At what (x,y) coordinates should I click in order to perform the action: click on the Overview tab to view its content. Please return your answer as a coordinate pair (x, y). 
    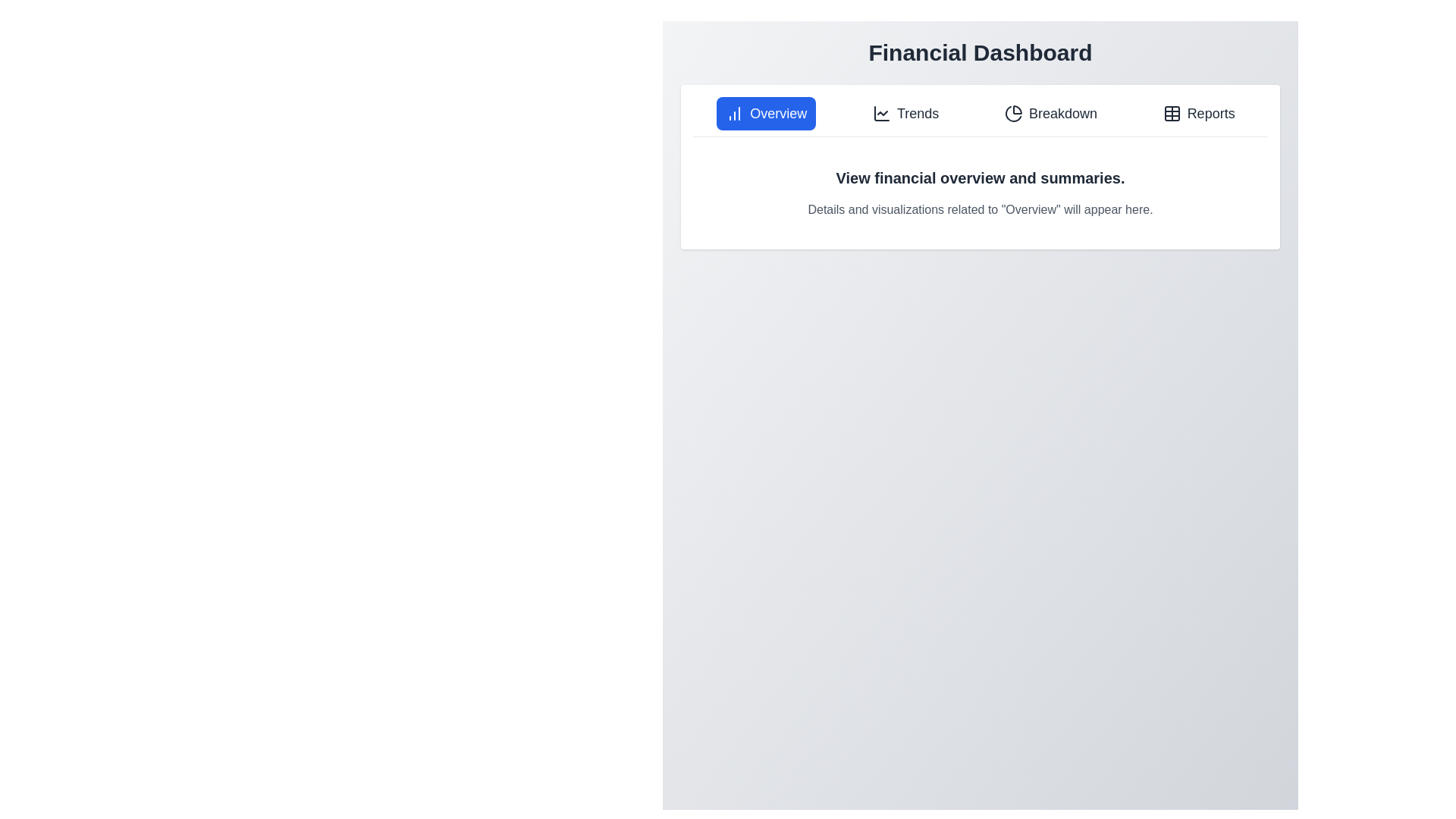
    Looking at the image, I should click on (765, 113).